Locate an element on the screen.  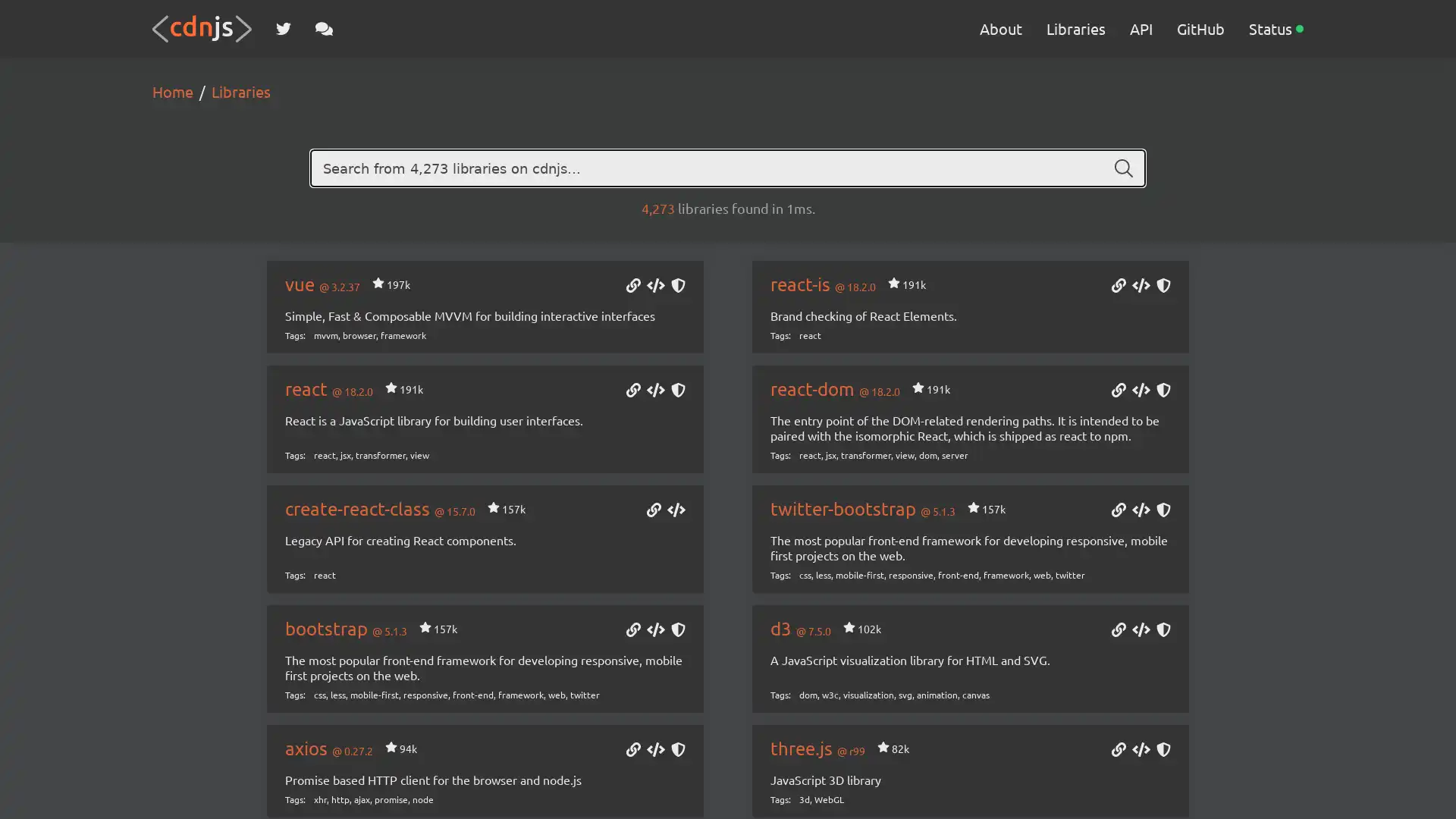
Copy URL is located at coordinates (1118, 751).